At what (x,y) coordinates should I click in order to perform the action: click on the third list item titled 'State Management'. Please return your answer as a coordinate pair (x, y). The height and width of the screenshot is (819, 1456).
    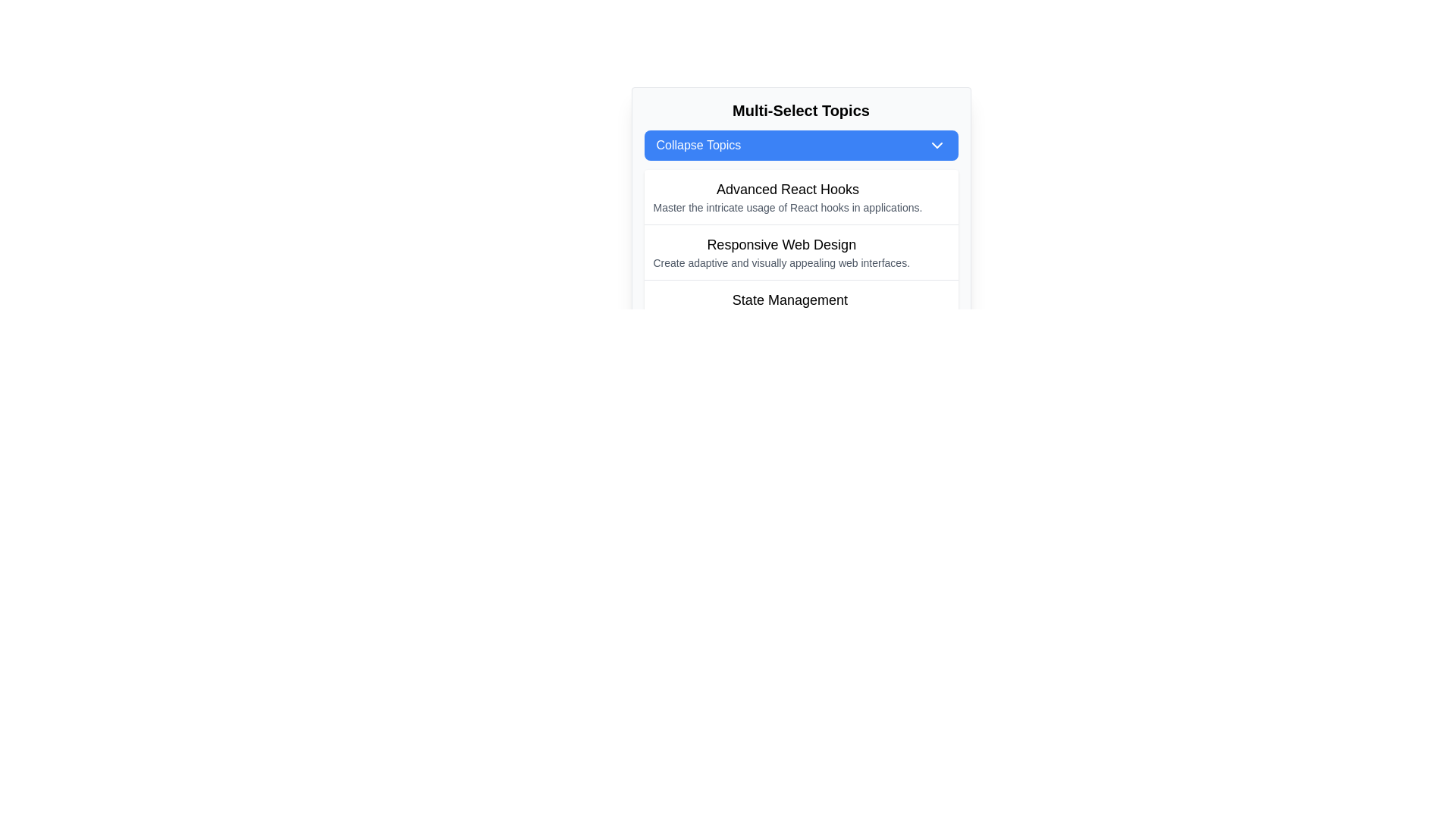
    Looking at the image, I should click on (800, 307).